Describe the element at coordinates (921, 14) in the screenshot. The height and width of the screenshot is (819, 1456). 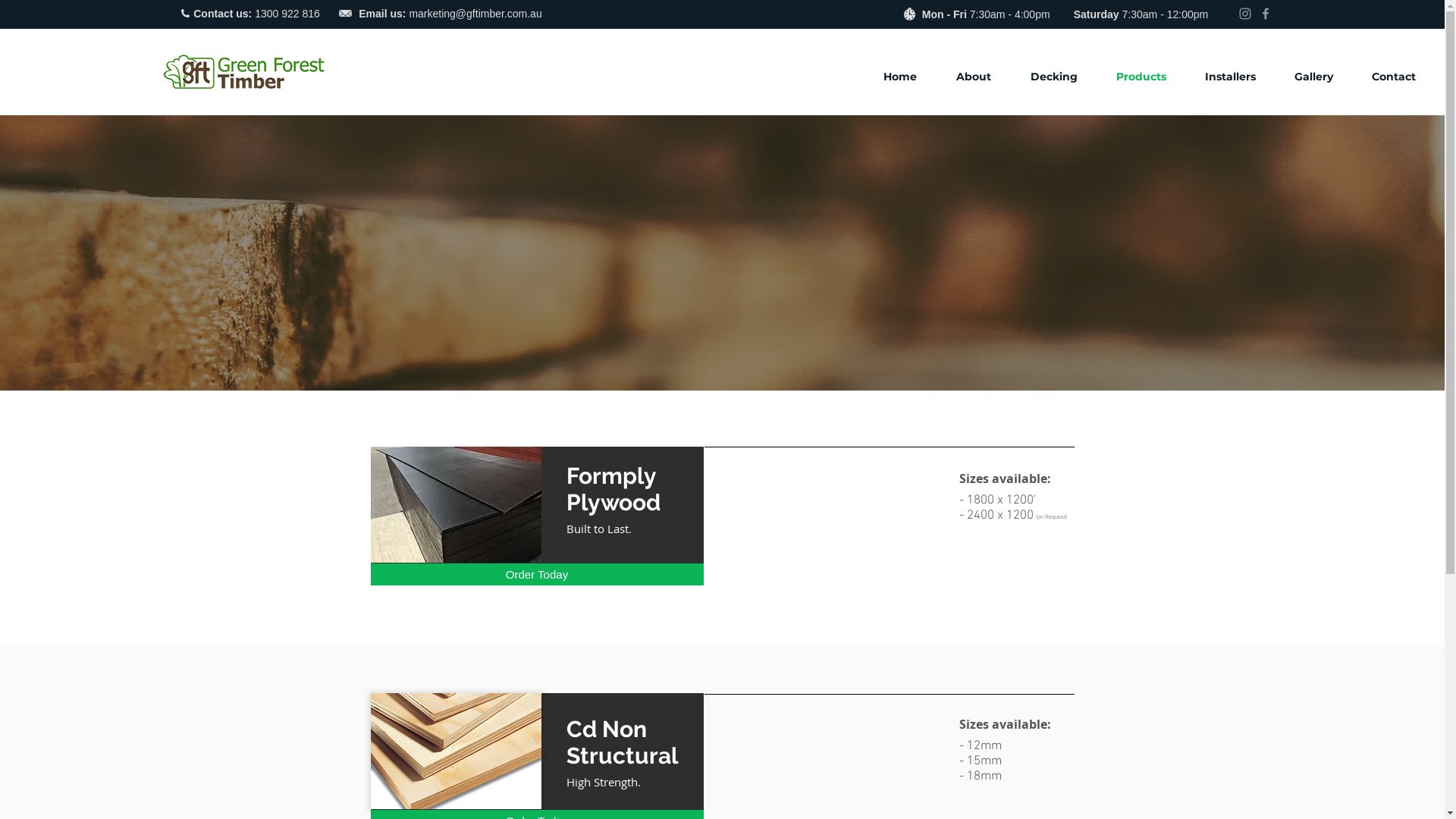
I see `'Mon - Fri 7:30am - 4:00pm'` at that location.